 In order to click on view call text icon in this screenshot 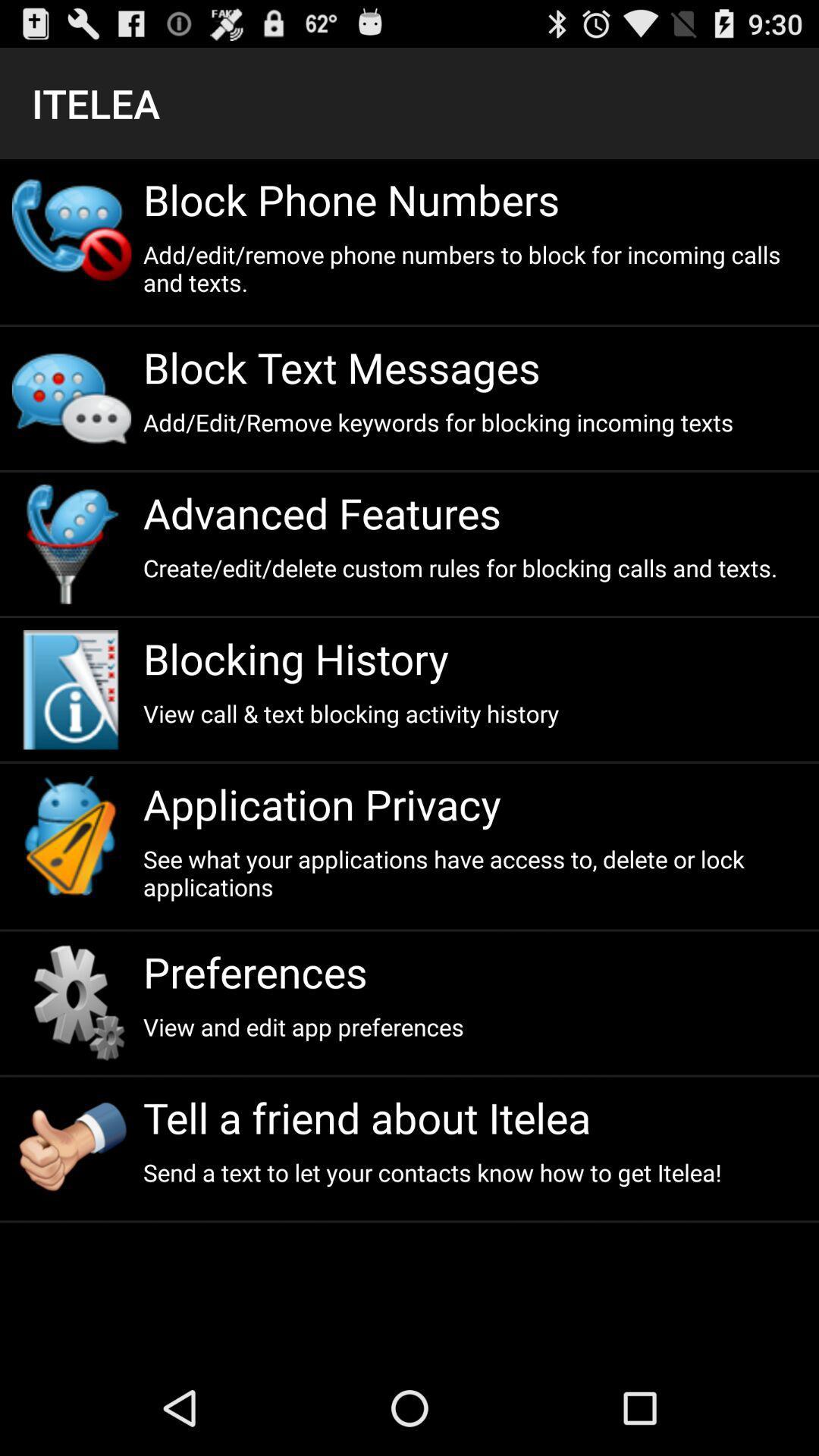, I will do `click(474, 712)`.